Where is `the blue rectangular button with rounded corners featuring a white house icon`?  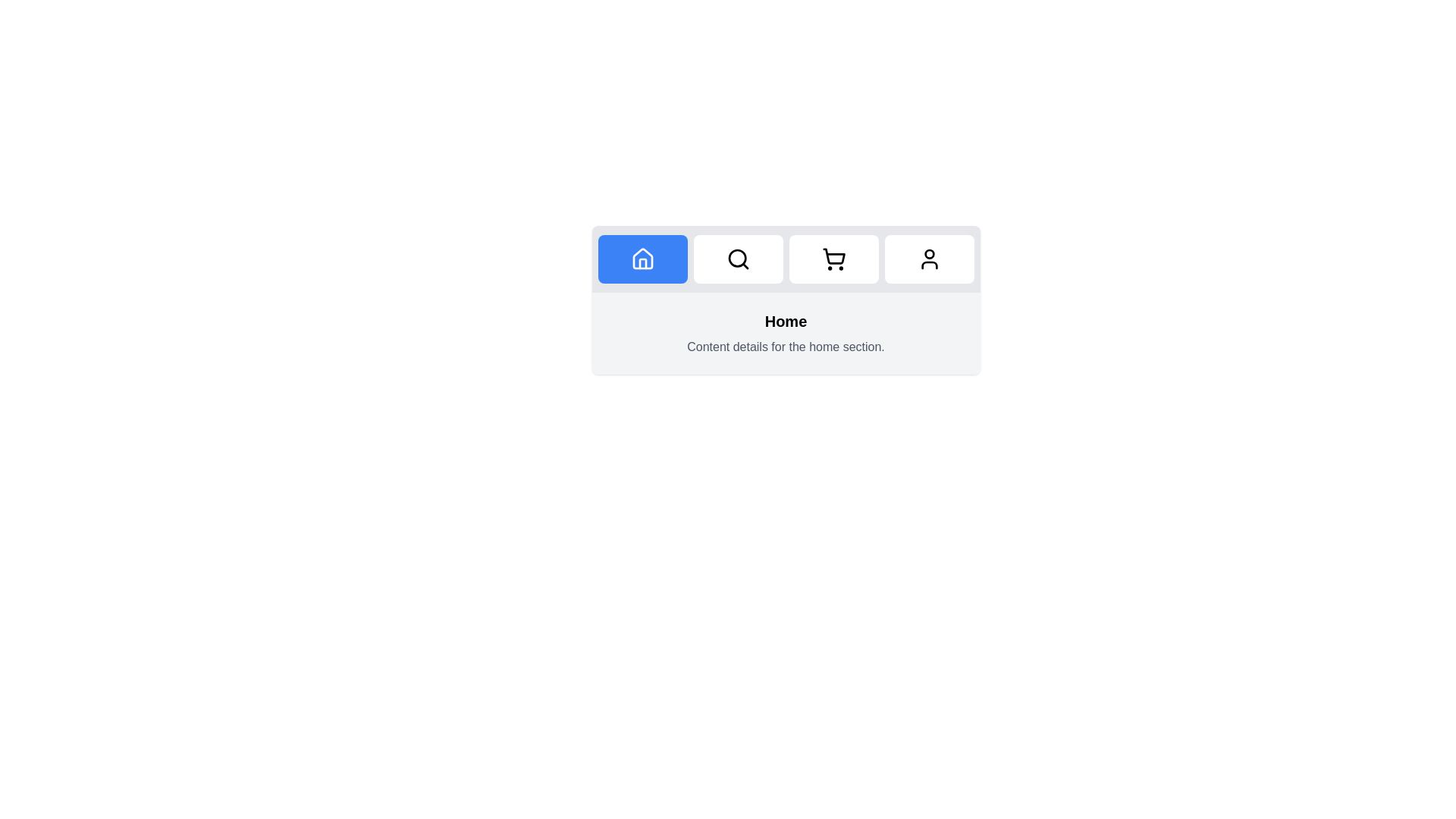
the blue rectangular button with rounded corners featuring a white house icon is located at coordinates (642, 259).